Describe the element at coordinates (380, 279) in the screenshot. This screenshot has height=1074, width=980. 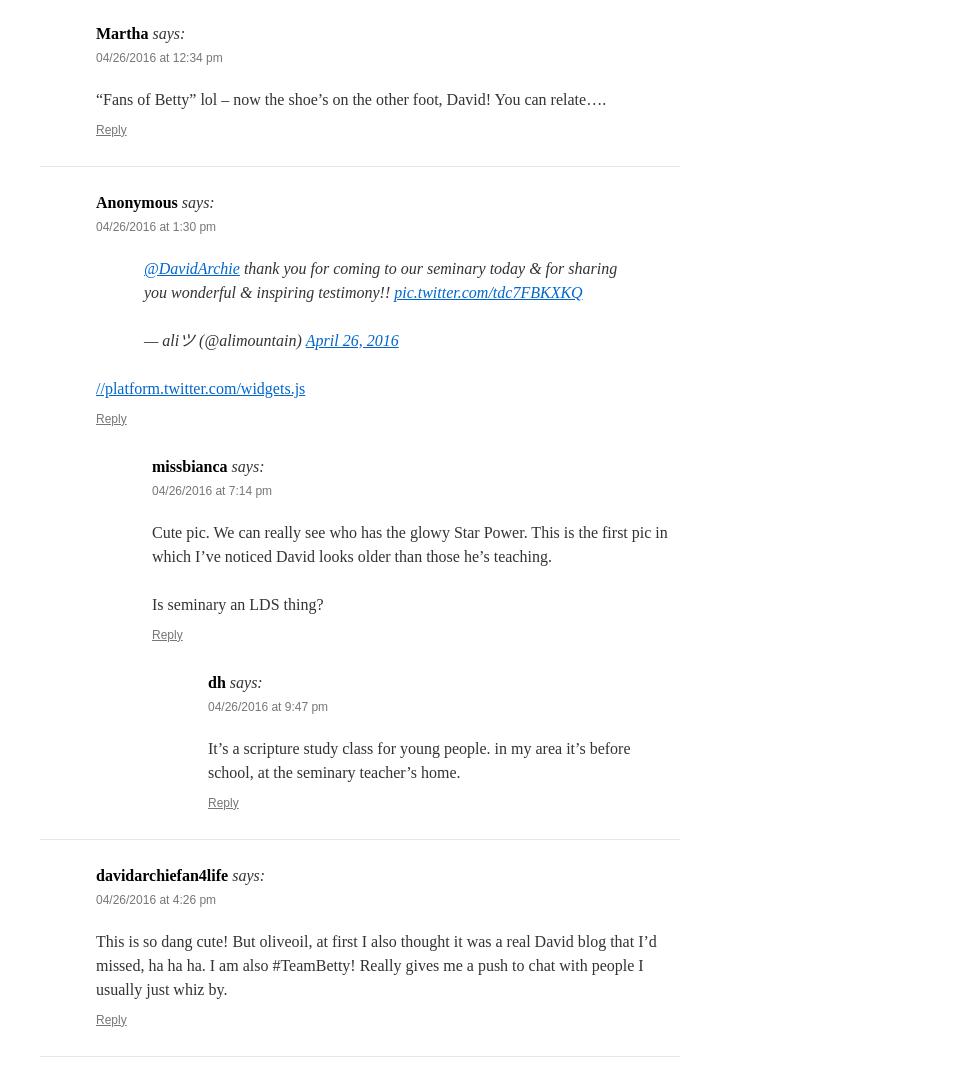
I see `'thank you for coming to our seminary today & for sharing you wonderful & inspiring testimony!!'` at that location.